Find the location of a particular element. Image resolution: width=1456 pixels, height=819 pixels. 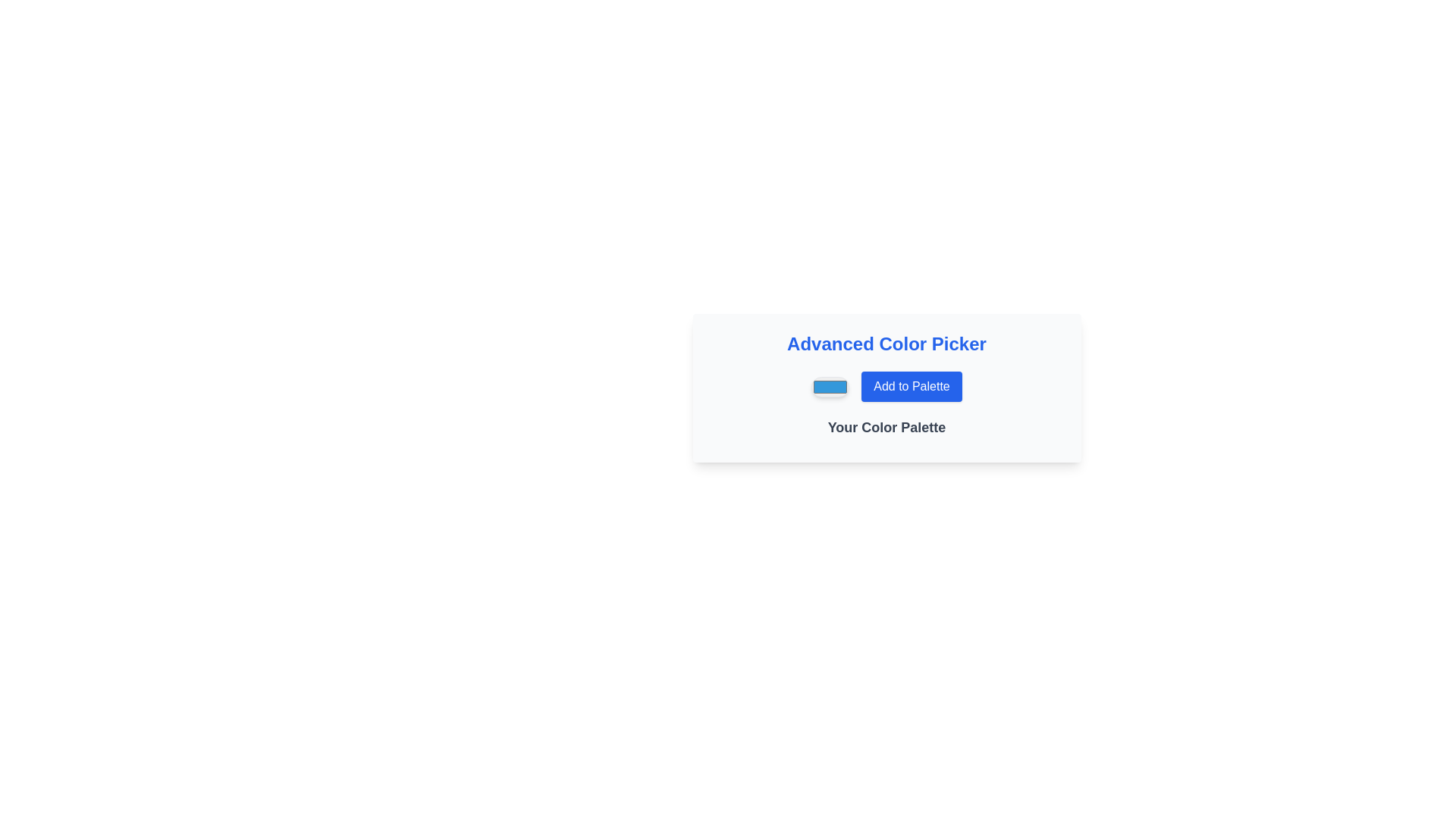

the 'Add to Palette' button, which is a rectangular button with a rounded outline styled in blue, positioned below the 'Advanced Color Picker' heading is located at coordinates (911, 385).